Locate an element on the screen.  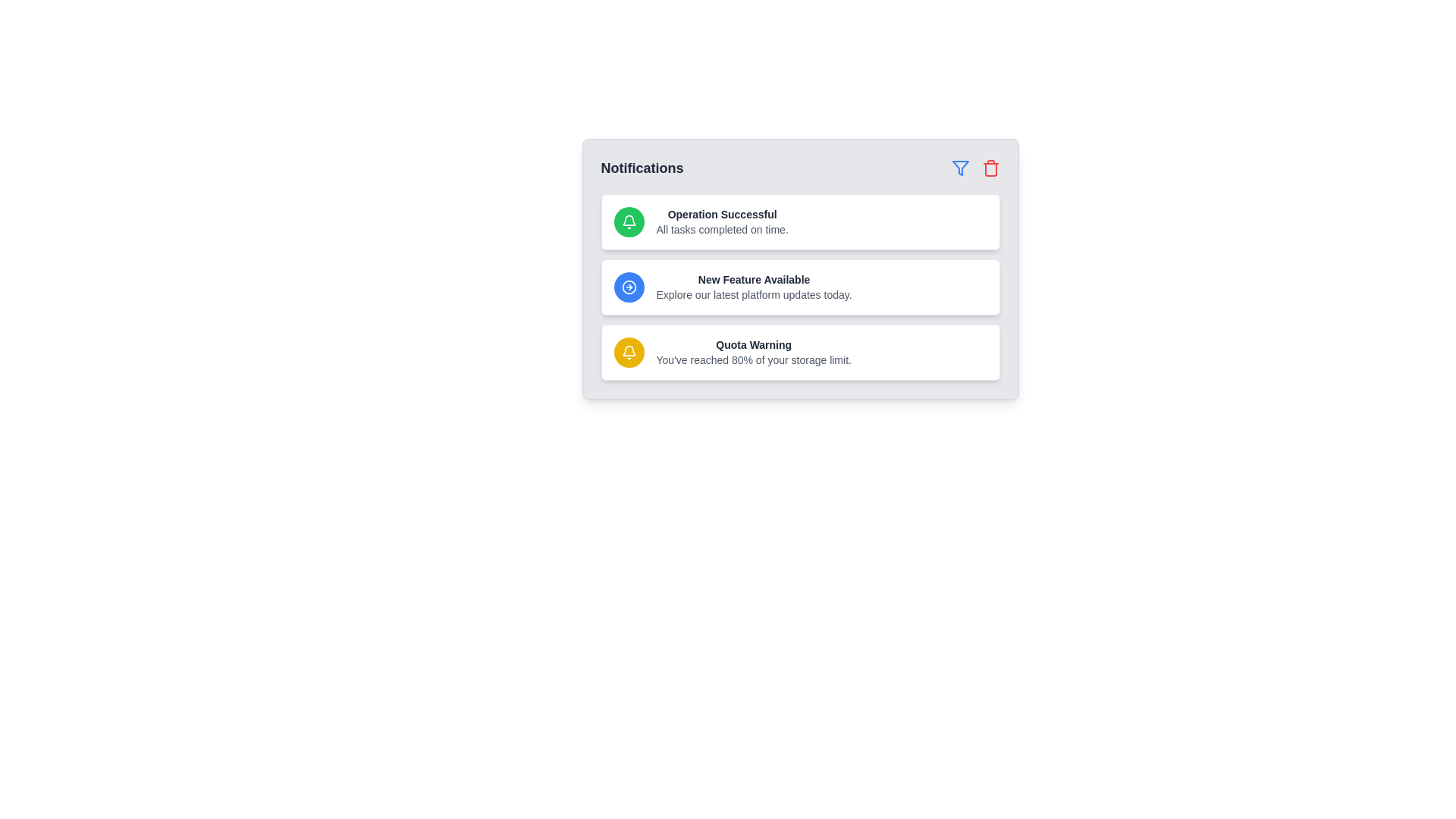
the yellow alert icon located in the Notification panel, specifically positioned to the left of the 'Quota Warning' notification in the last notification row is located at coordinates (629, 353).